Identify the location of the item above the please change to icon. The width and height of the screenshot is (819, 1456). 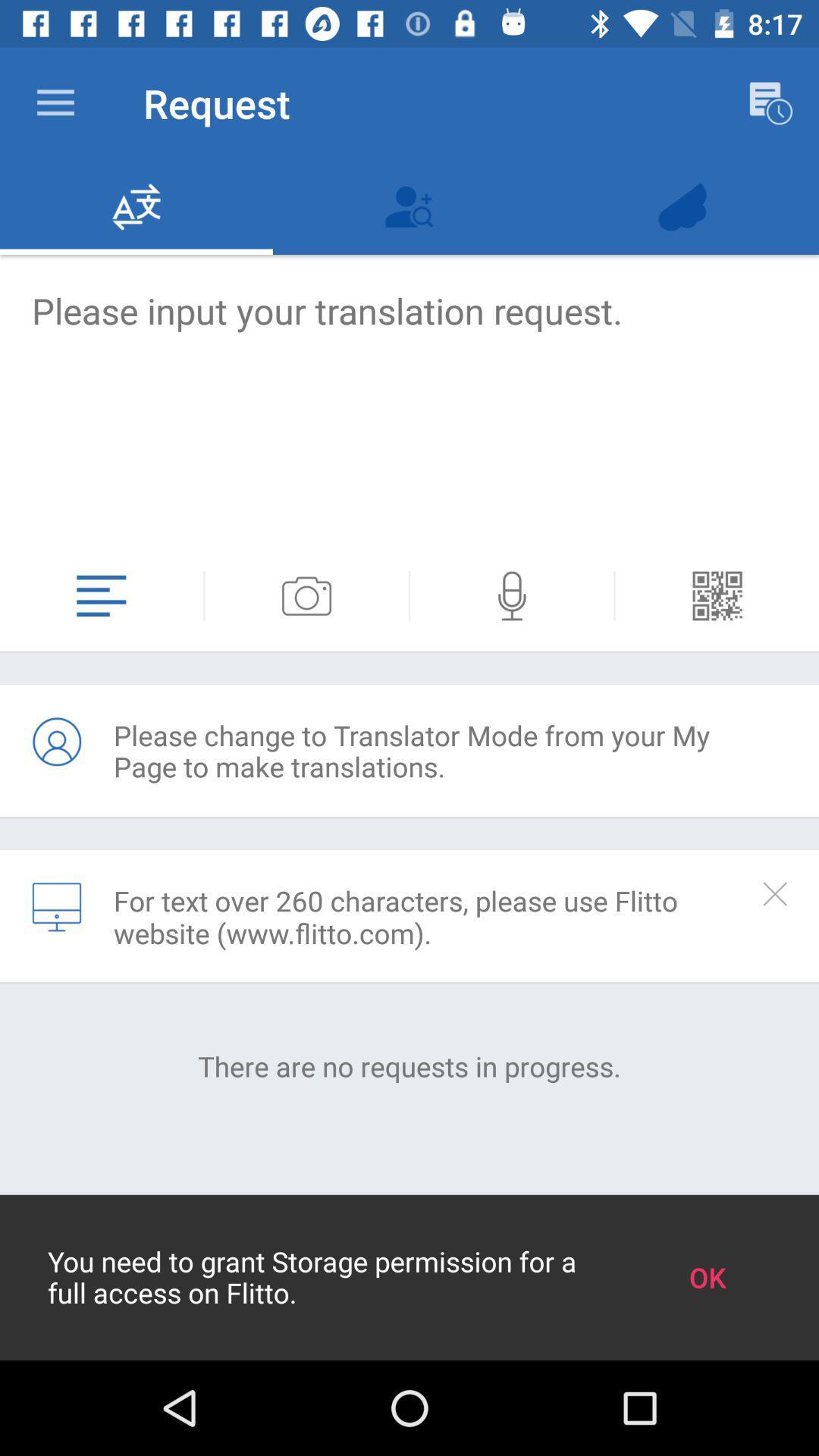
(409, 595).